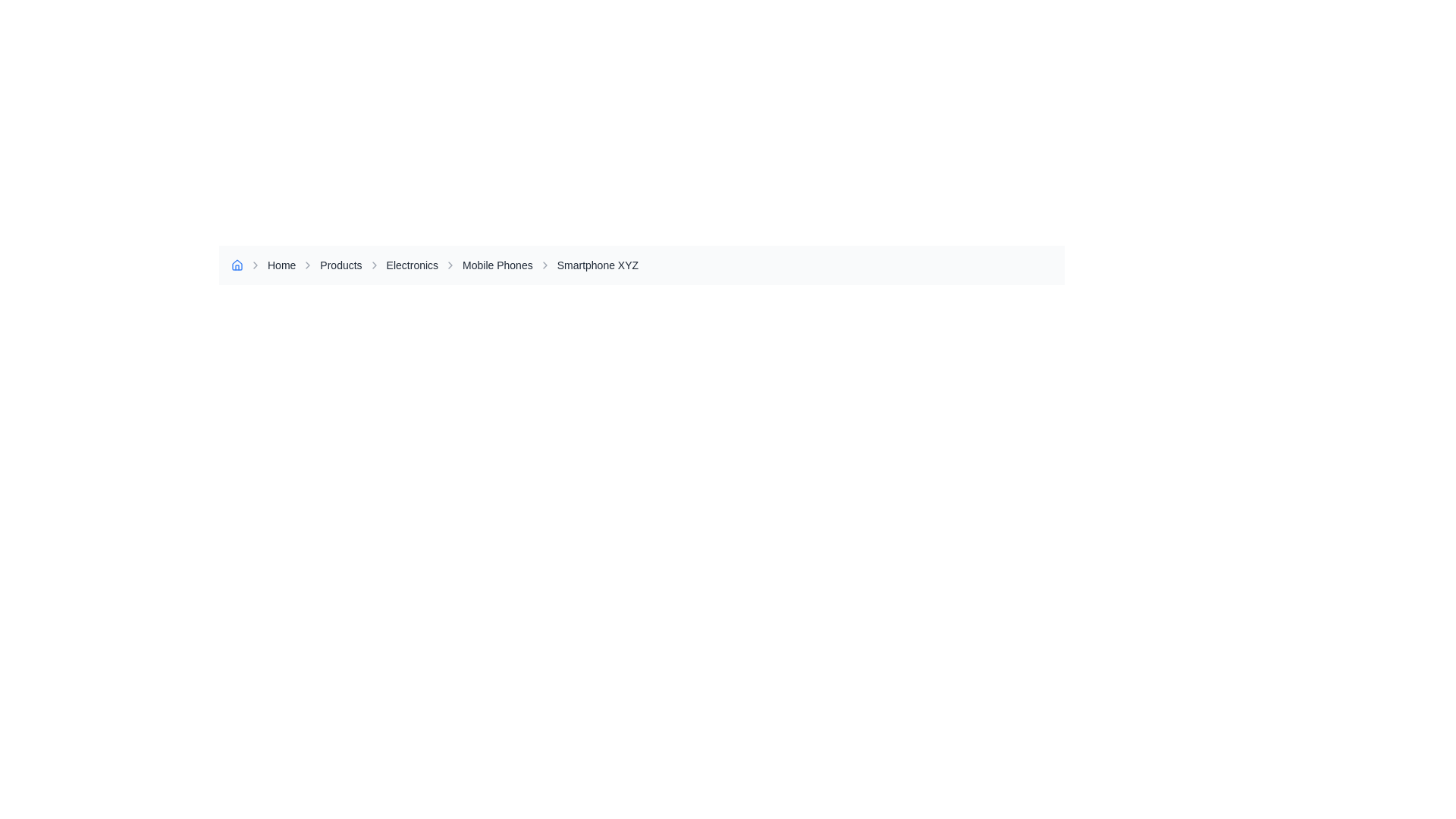  What do you see at coordinates (236, 263) in the screenshot?
I see `the 'Home' icon, which is a blue outlined house symbol located in the breadcrumb navigation bar at the top-left corner of the interface` at bounding box center [236, 263].